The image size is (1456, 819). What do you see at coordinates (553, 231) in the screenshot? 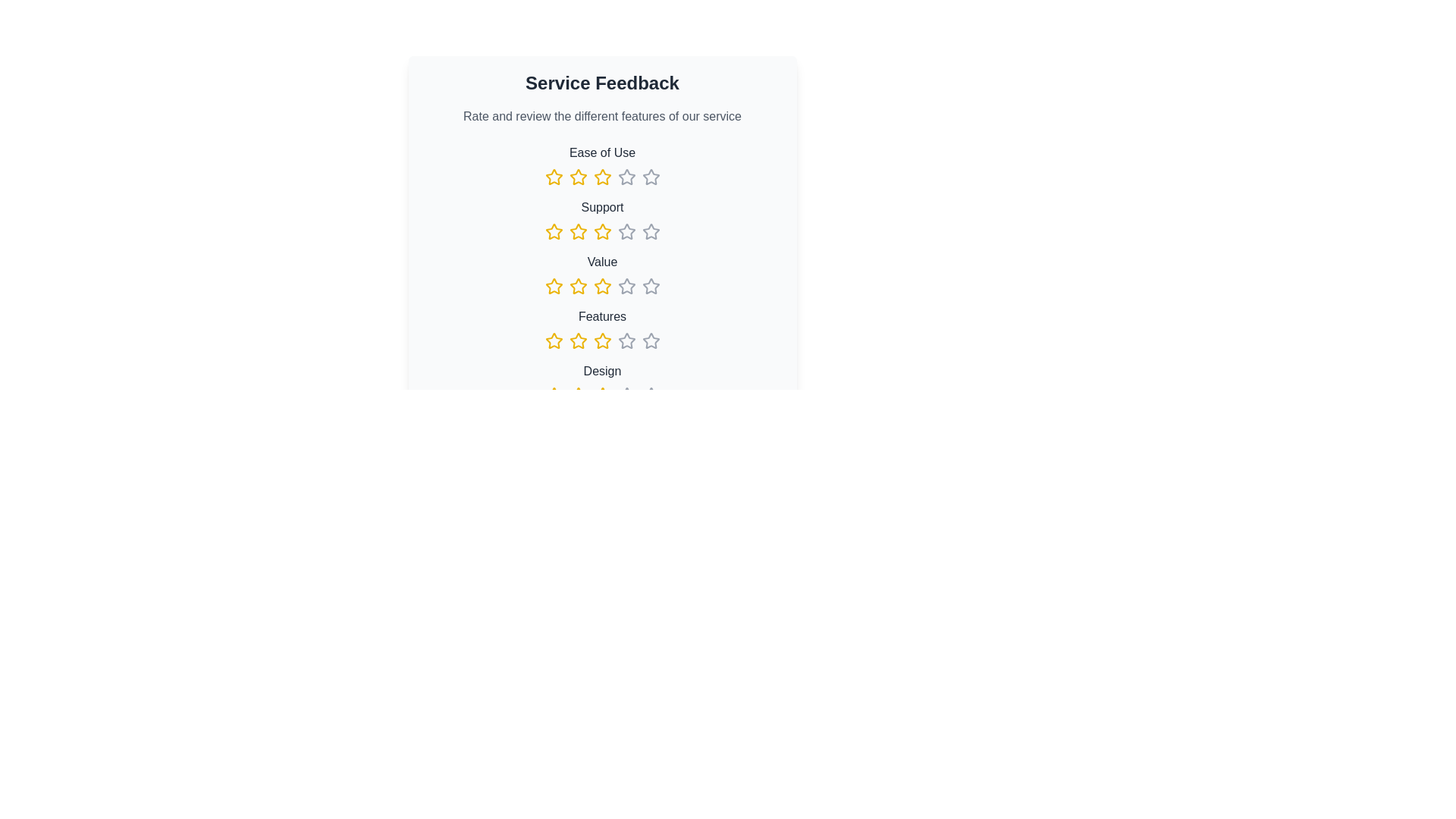
I see `the first yellow star icon in the Support rating section` at bounding box center [553, 231].